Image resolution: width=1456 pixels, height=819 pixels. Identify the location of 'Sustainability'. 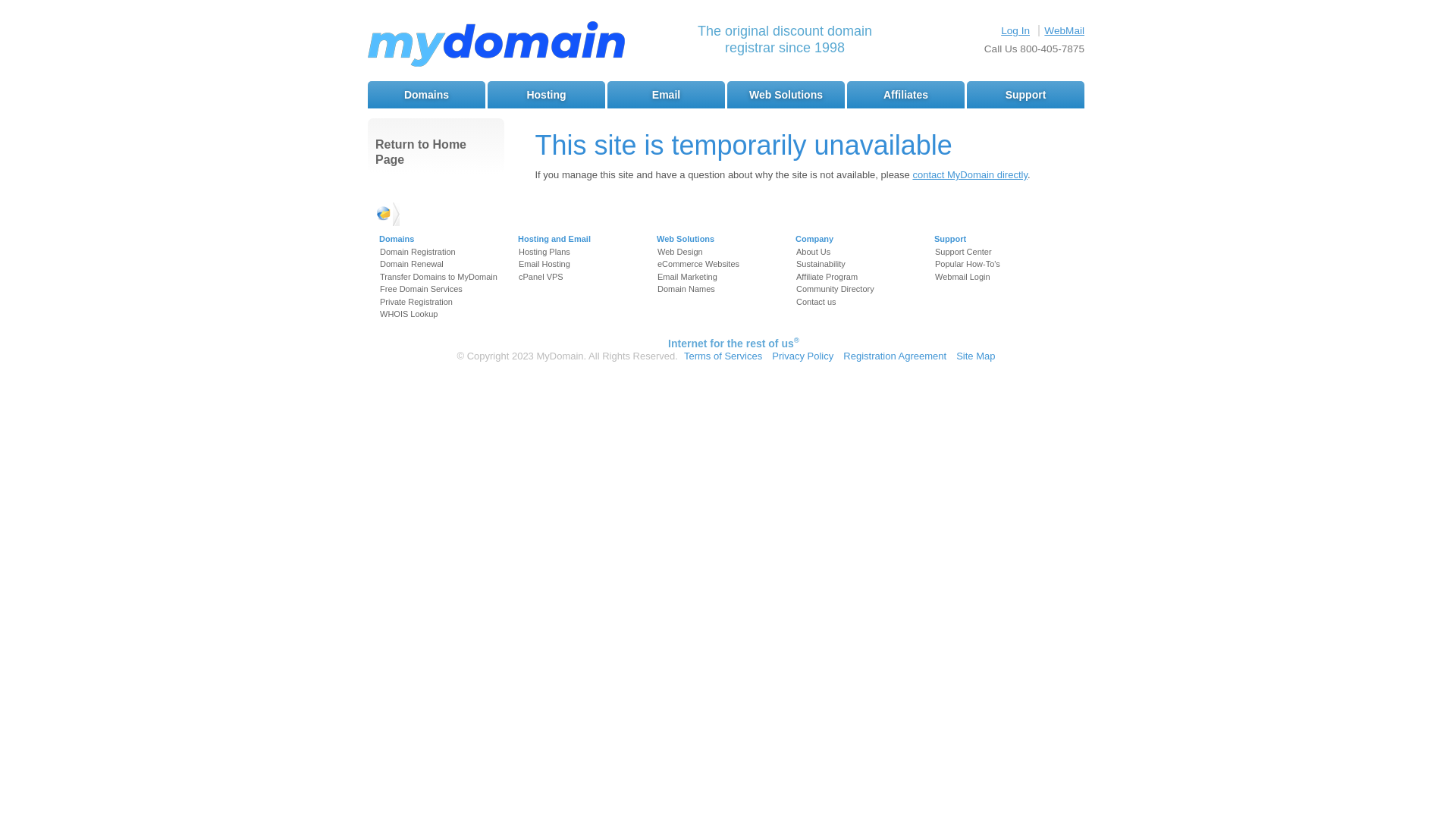
(820, 262).